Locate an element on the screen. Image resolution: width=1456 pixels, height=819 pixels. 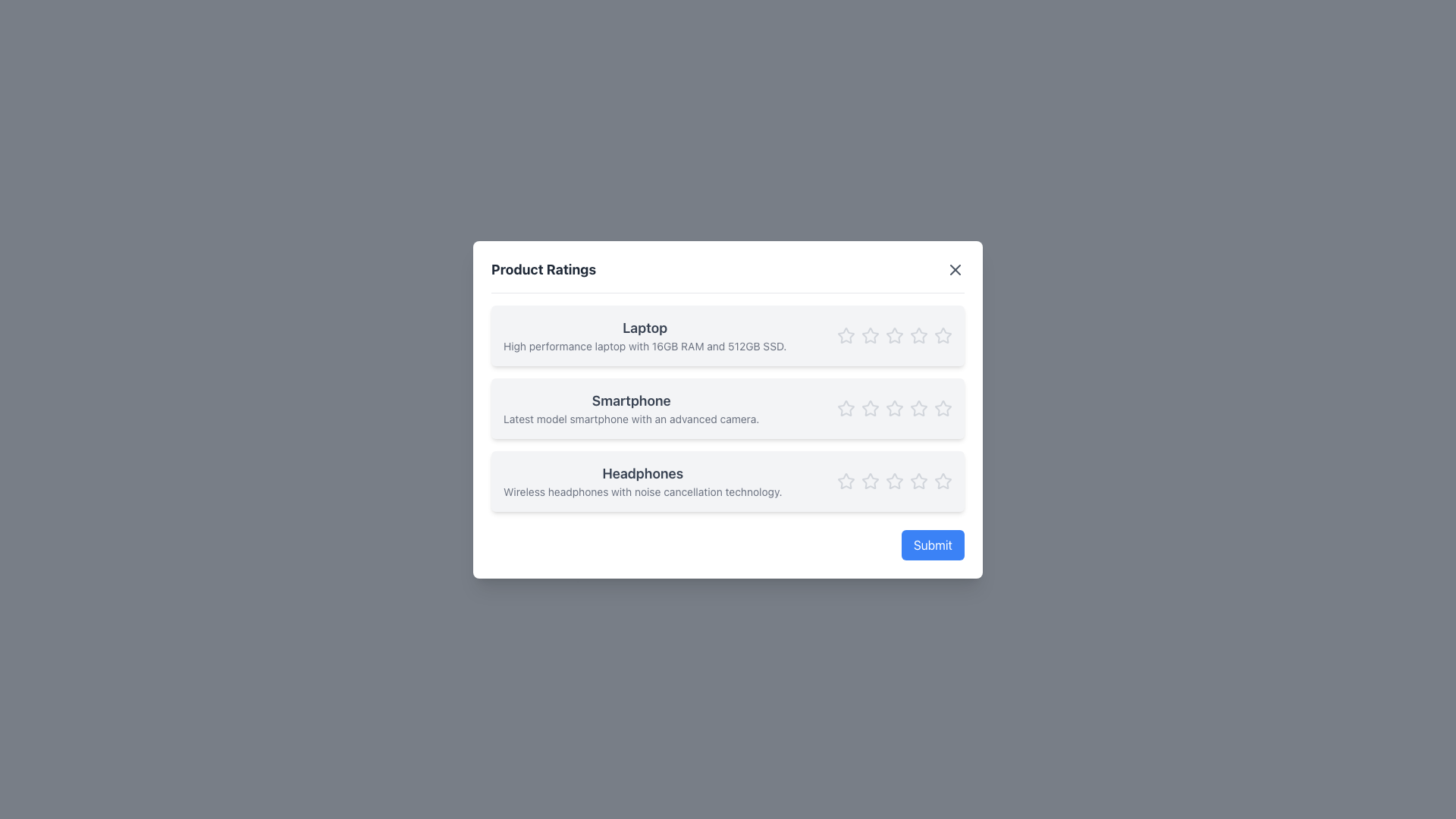
the fifth star-shaped rating icon in the Headphones section is located at coordinates (895, 480).